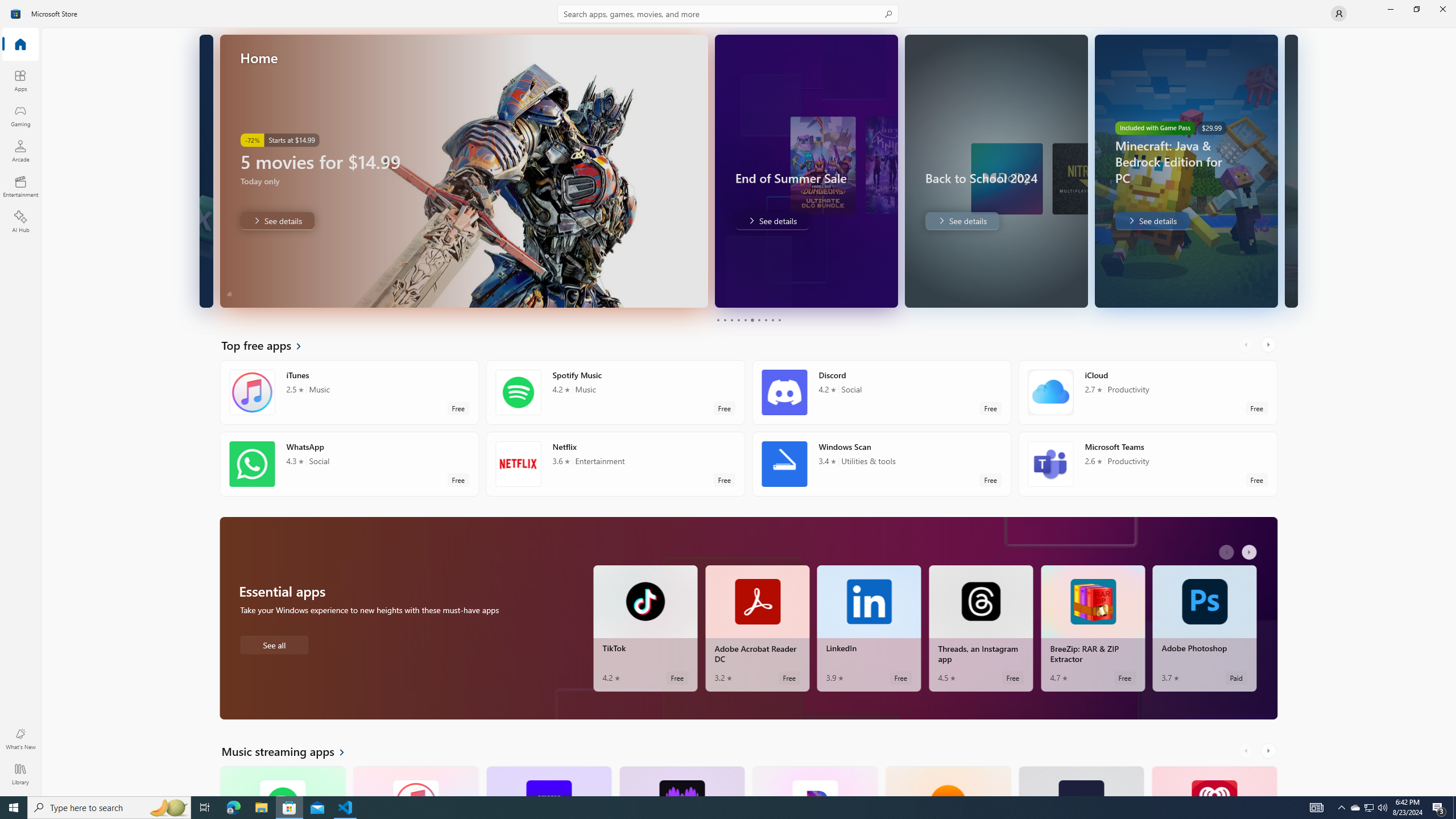 The height and width of the screenshot is (819, 1456). What do you see at coordinates (772, 320) in the screenshot?
I see `'Page 9'` at bounding box center [772, 320].